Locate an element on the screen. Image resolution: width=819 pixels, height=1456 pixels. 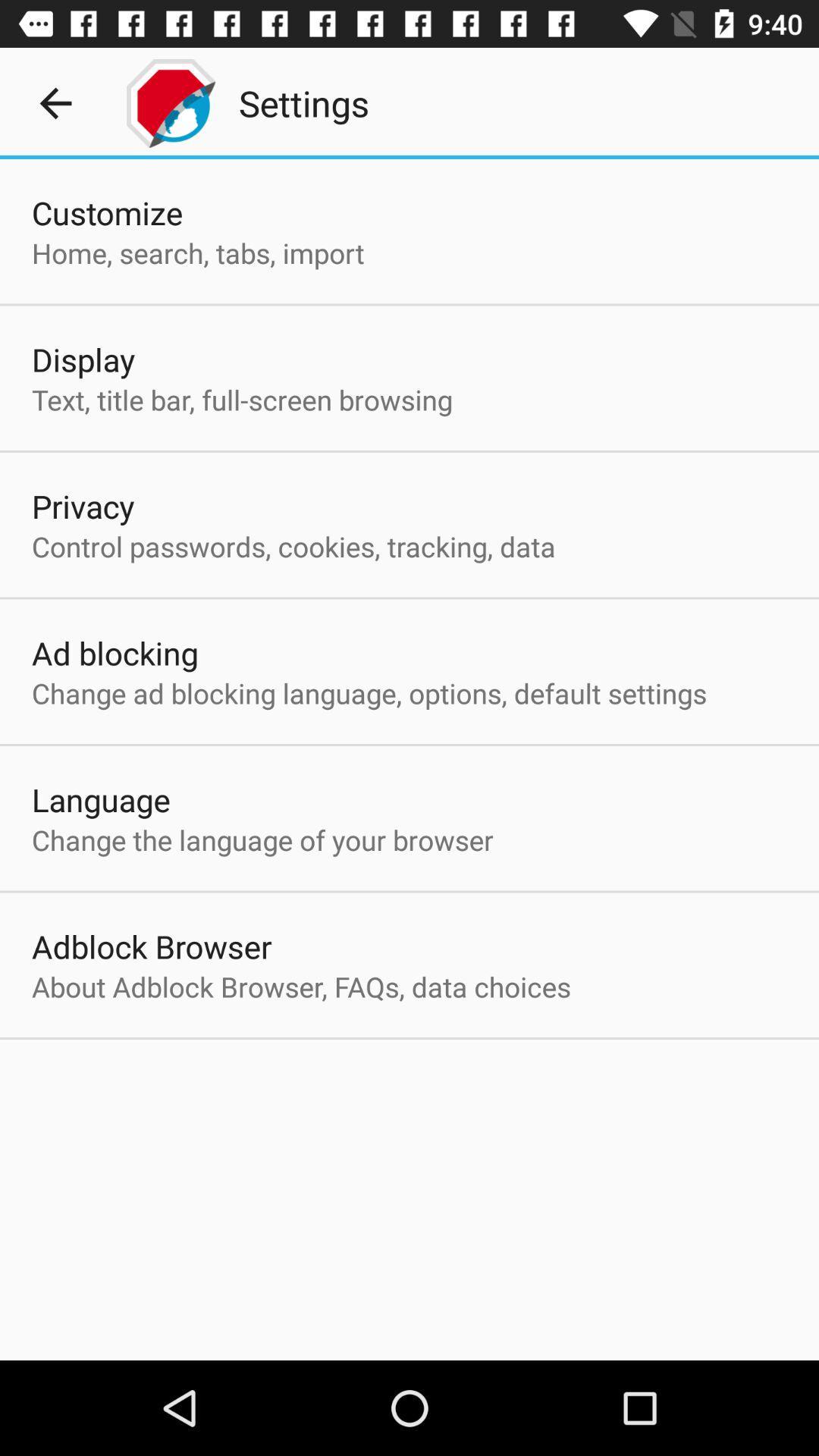
privacy app is located at coordinates (83, 506).